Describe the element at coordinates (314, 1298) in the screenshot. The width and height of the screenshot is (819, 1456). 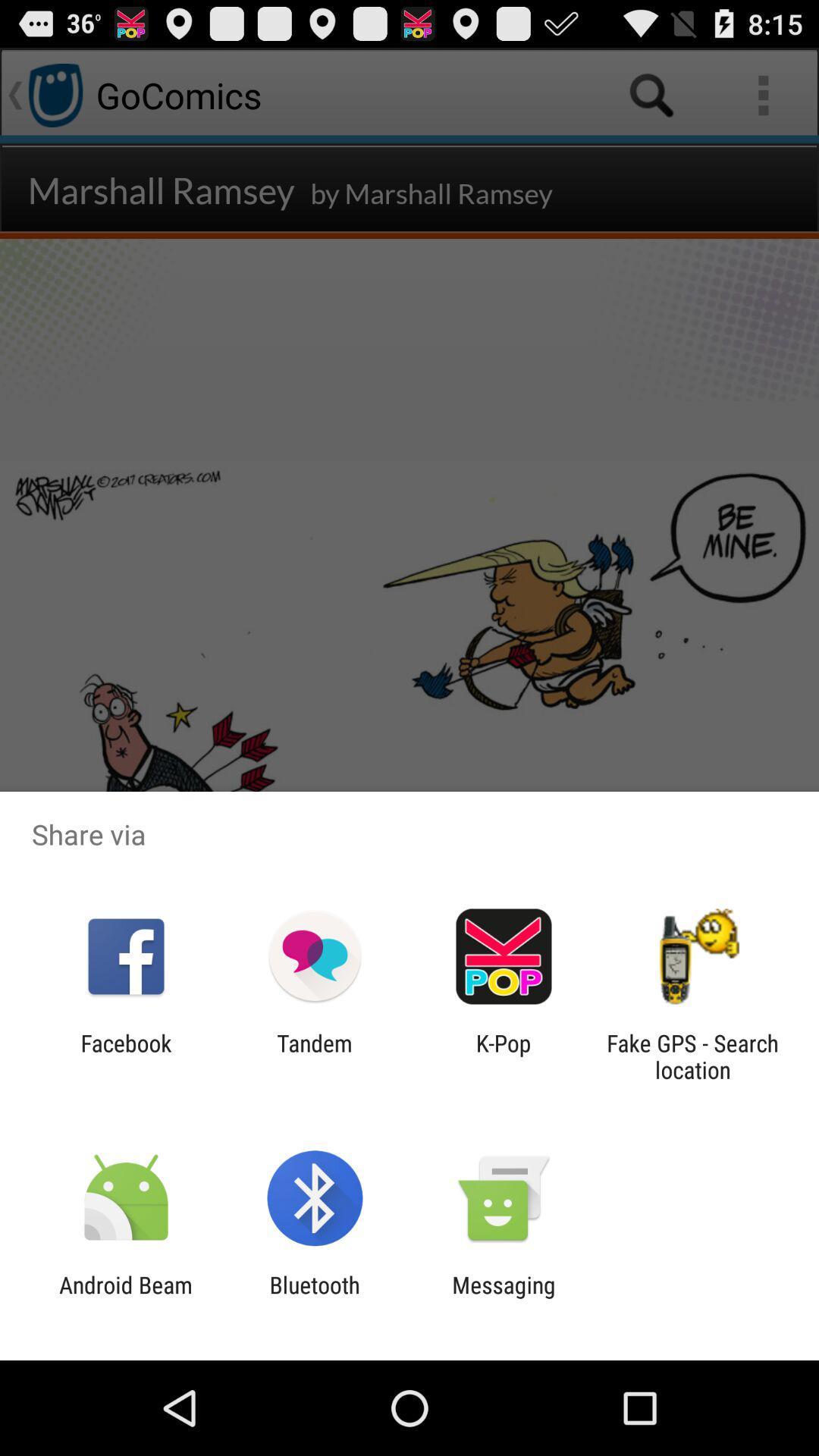
I see `the item to the right of android beam` at that location.